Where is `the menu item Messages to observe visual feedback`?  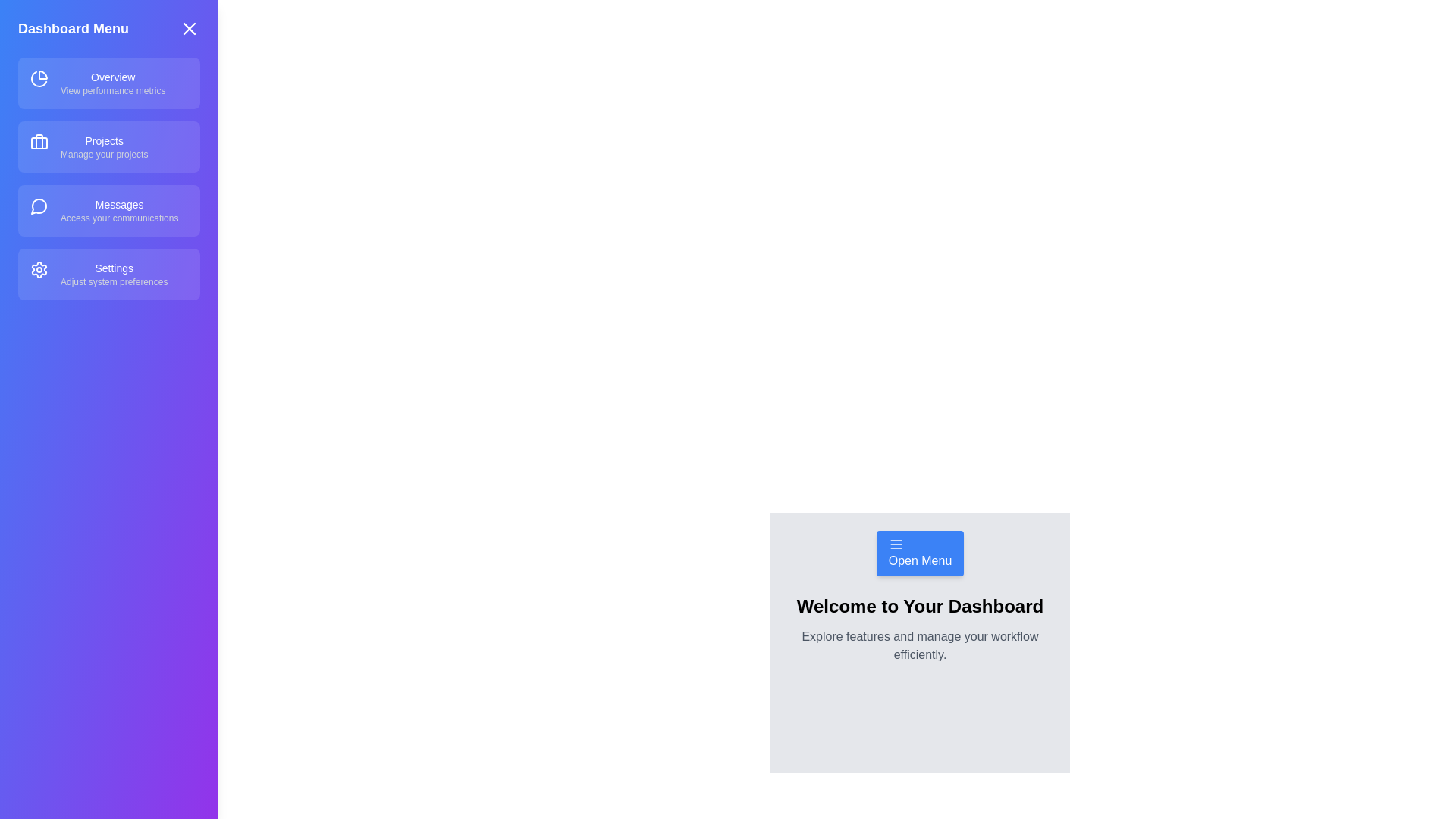
the menu item Messages to observe visual feedback is located at coordinates (108, 210).